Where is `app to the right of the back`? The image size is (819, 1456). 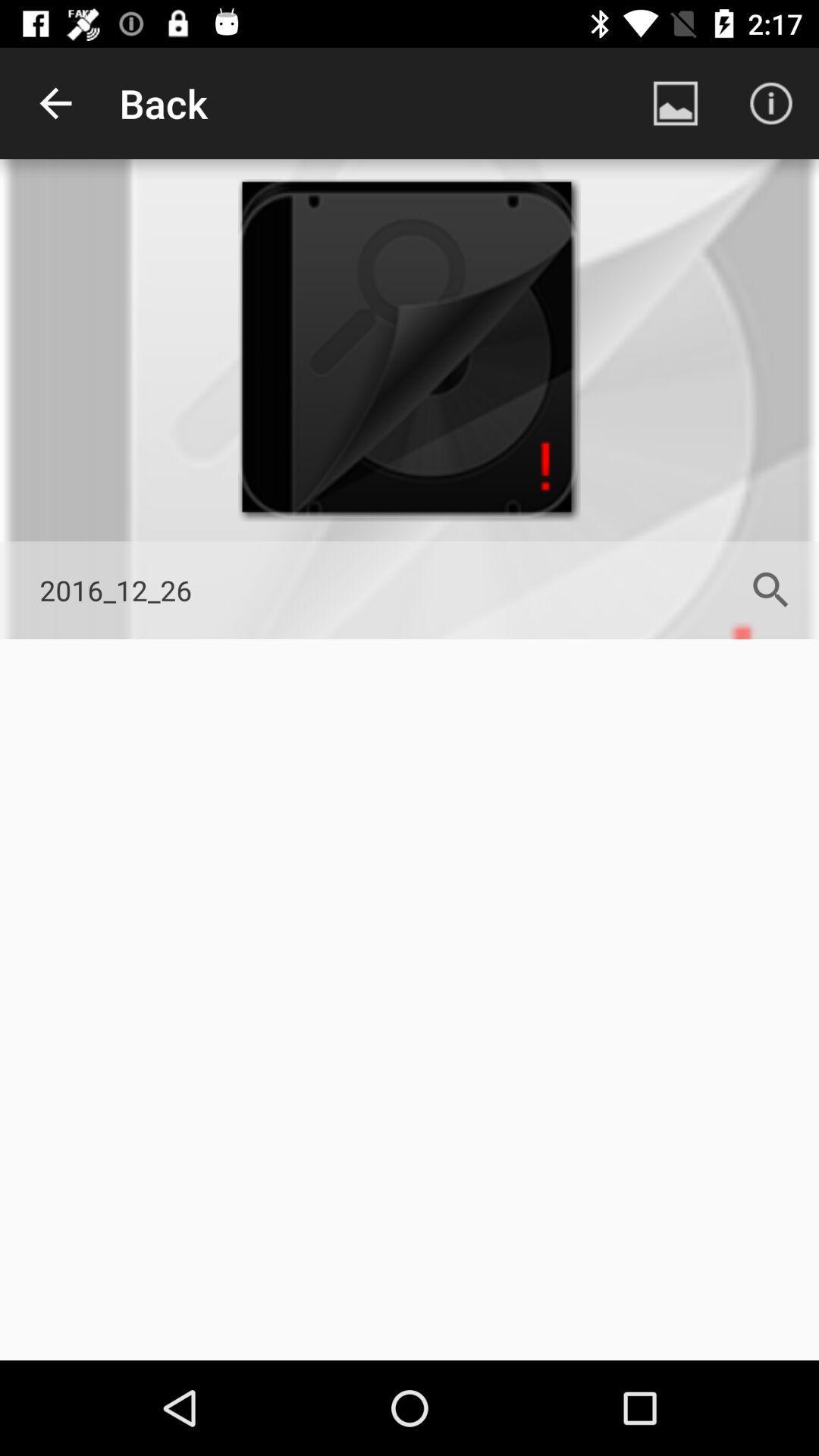
app to the right of the back is located at coordinates (675, 102).